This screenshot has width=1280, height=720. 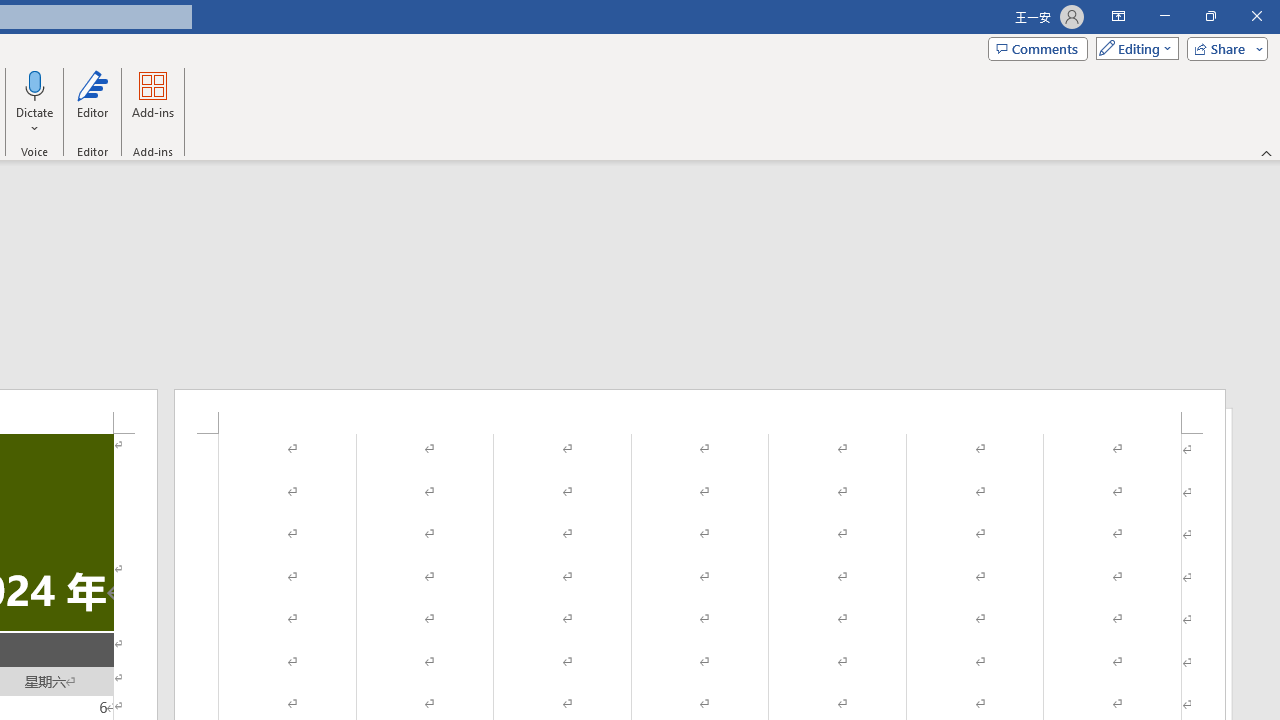 What do you see at coordinates (1117, 16) in the screenshot?
I see `'Ribbon Display Options'` at bounding box center [1117, 16].